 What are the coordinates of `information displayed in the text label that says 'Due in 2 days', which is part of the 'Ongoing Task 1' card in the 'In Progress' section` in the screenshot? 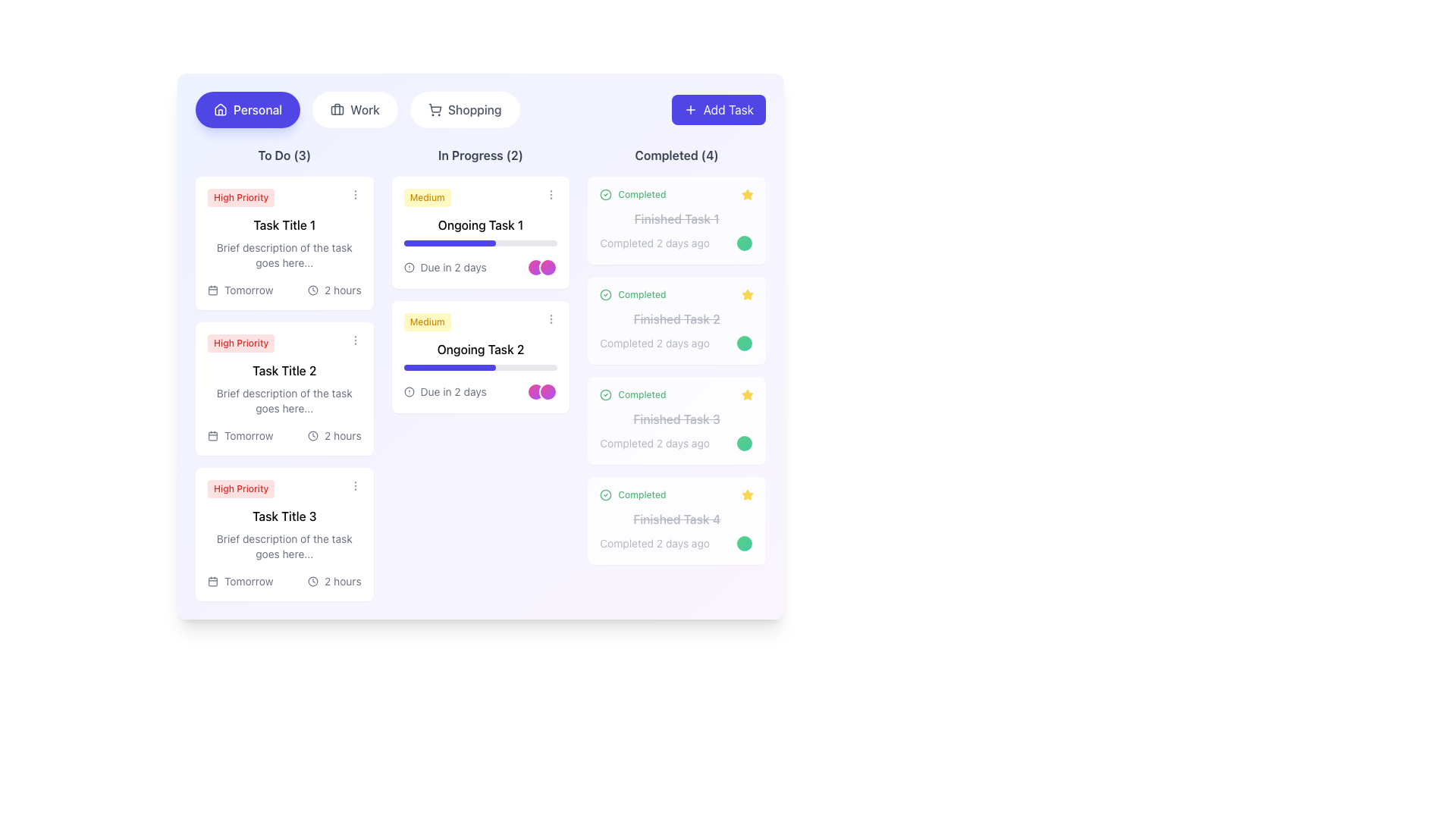 It's located at (453, 267).